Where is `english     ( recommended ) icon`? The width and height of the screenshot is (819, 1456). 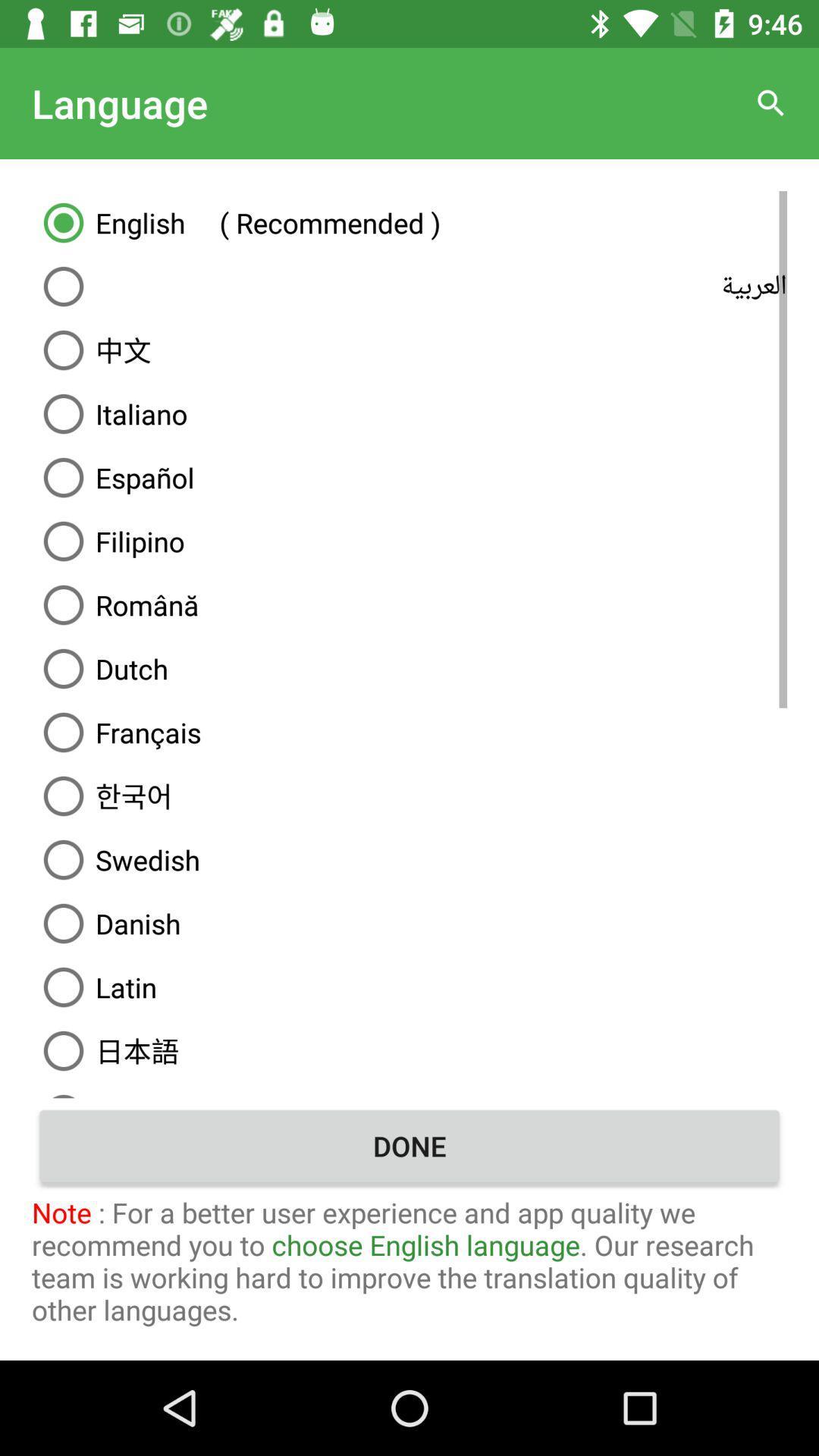
english     ( recommended ) icon is located at coordinates (409, 221).